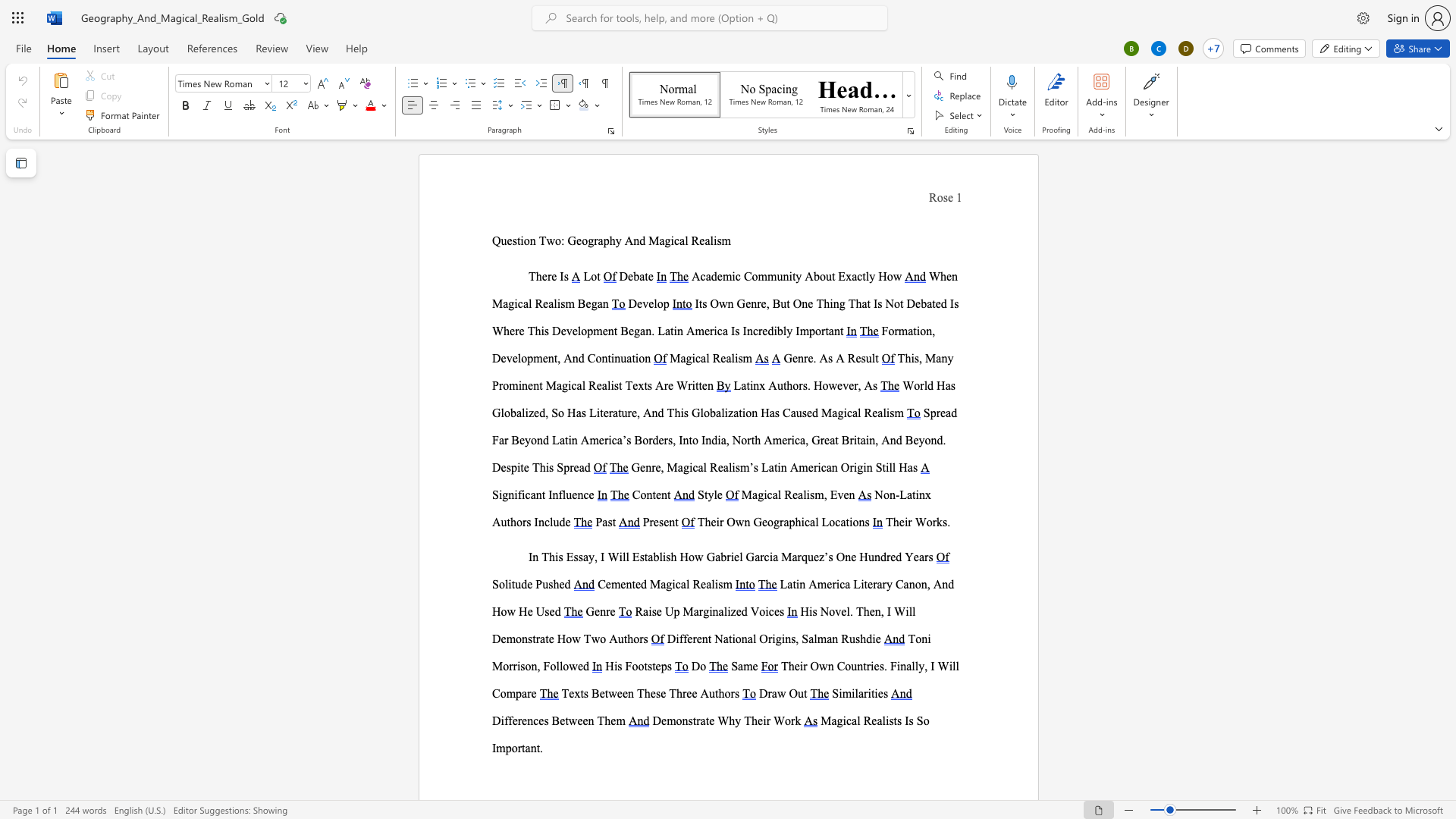 This screenshot has height=819, width=1456. What do you see at coordinates (560, 240) in the screenshot?
I see `the space between the continuous character "o" and ":" in the text` at bounding box center [560, 240].